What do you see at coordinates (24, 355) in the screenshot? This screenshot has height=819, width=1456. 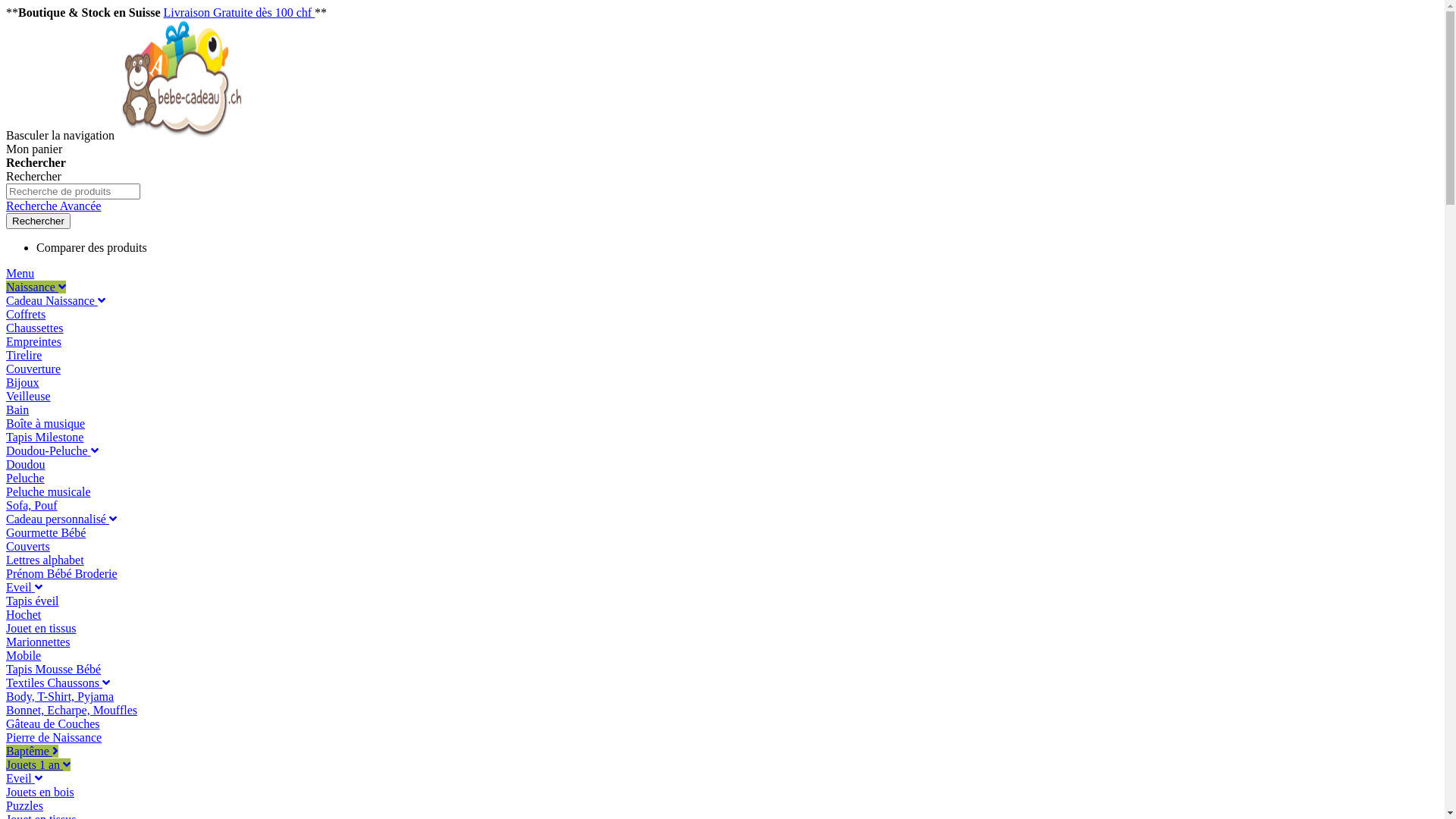 I see `'Tirelire'` at bounding box center [24, 355].